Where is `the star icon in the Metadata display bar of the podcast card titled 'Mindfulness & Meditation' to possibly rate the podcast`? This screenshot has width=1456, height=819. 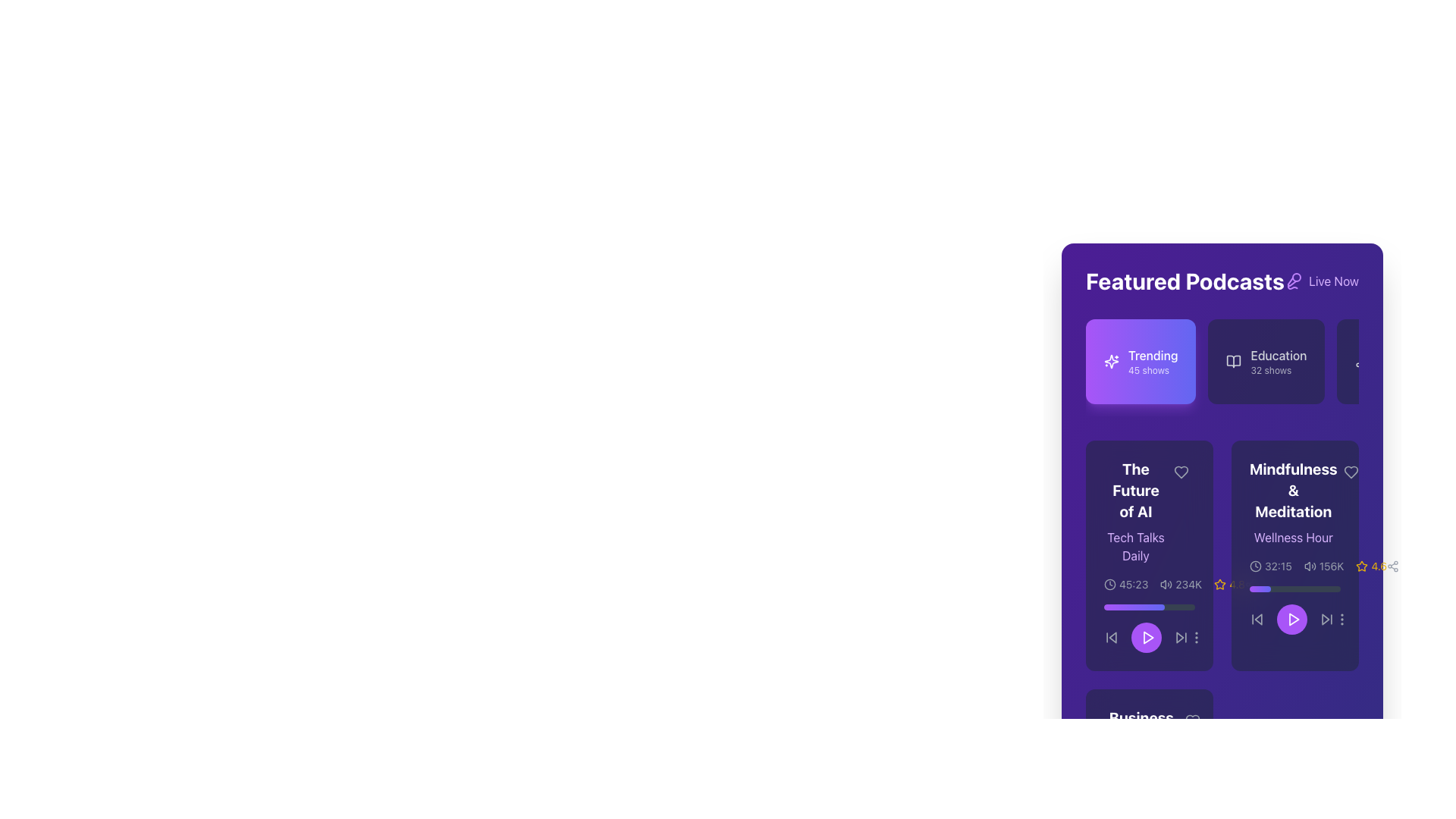 the star icon in the Metadata display bar of the podcast card titled 'Mindfulness & Meditation' to possibly rate the podcast is located at coordinates (1316, 566).